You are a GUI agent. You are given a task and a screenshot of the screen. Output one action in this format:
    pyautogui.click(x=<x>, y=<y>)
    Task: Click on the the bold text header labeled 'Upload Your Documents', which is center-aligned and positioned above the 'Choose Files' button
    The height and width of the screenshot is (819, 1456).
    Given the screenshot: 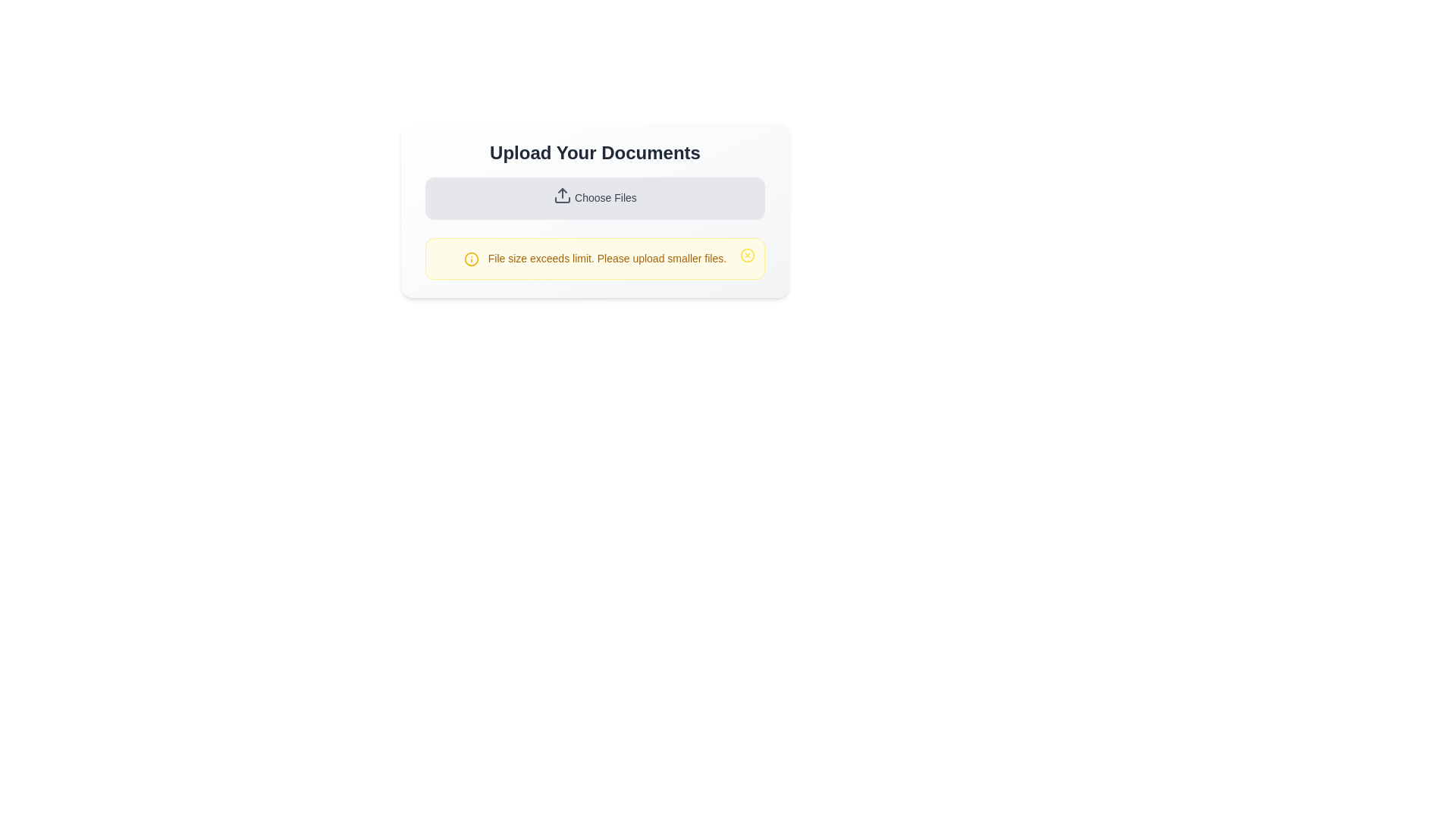 What is the action you would take?
    pyautogui.click(x=595, y=152)
    